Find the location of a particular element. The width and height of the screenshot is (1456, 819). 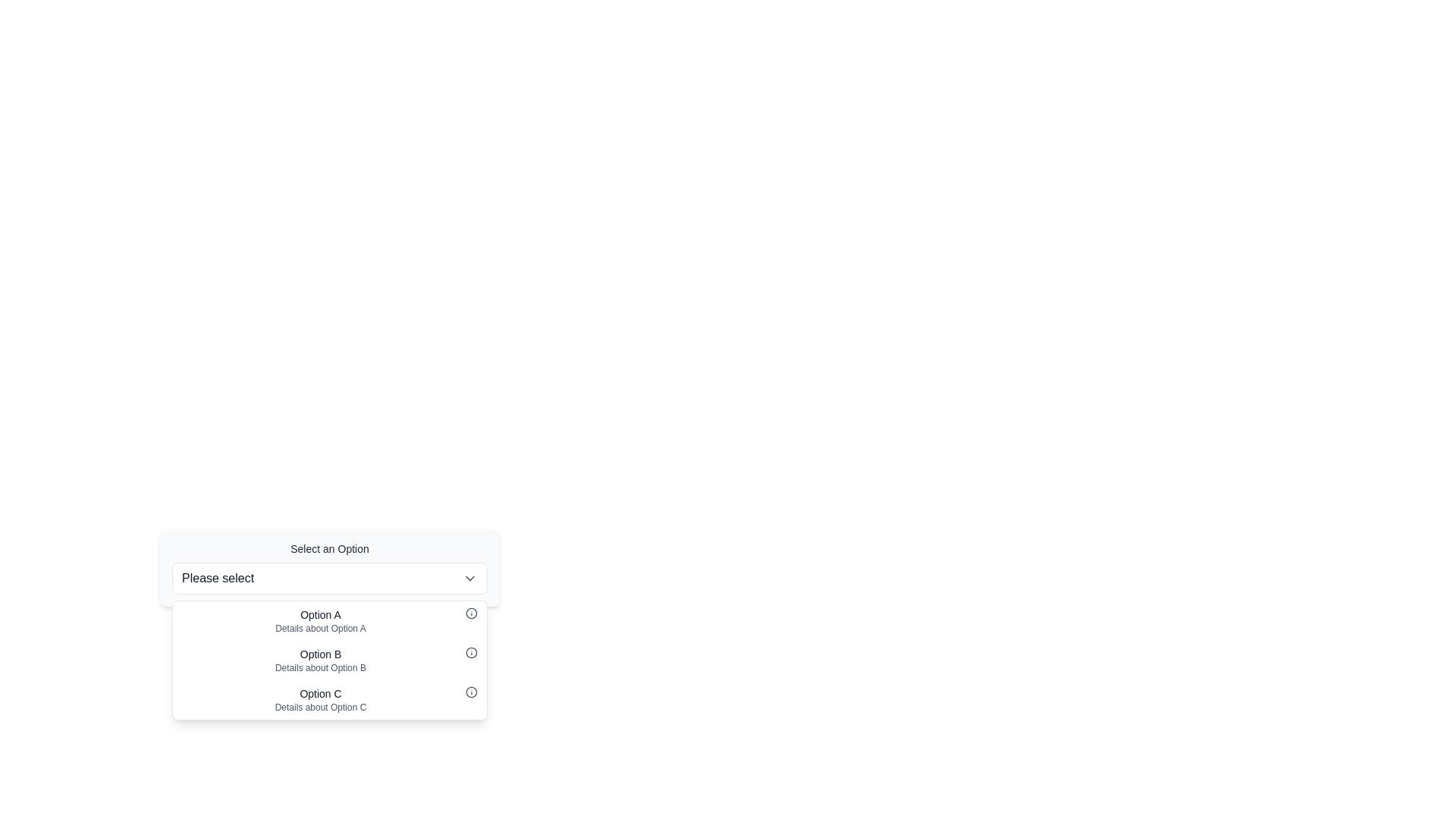

supplementary text element that displays 'Details about Option A', which is styled in a small gray font and located below the heading 'Option A' within the dropdown menu is located at coordinates (319, 629).